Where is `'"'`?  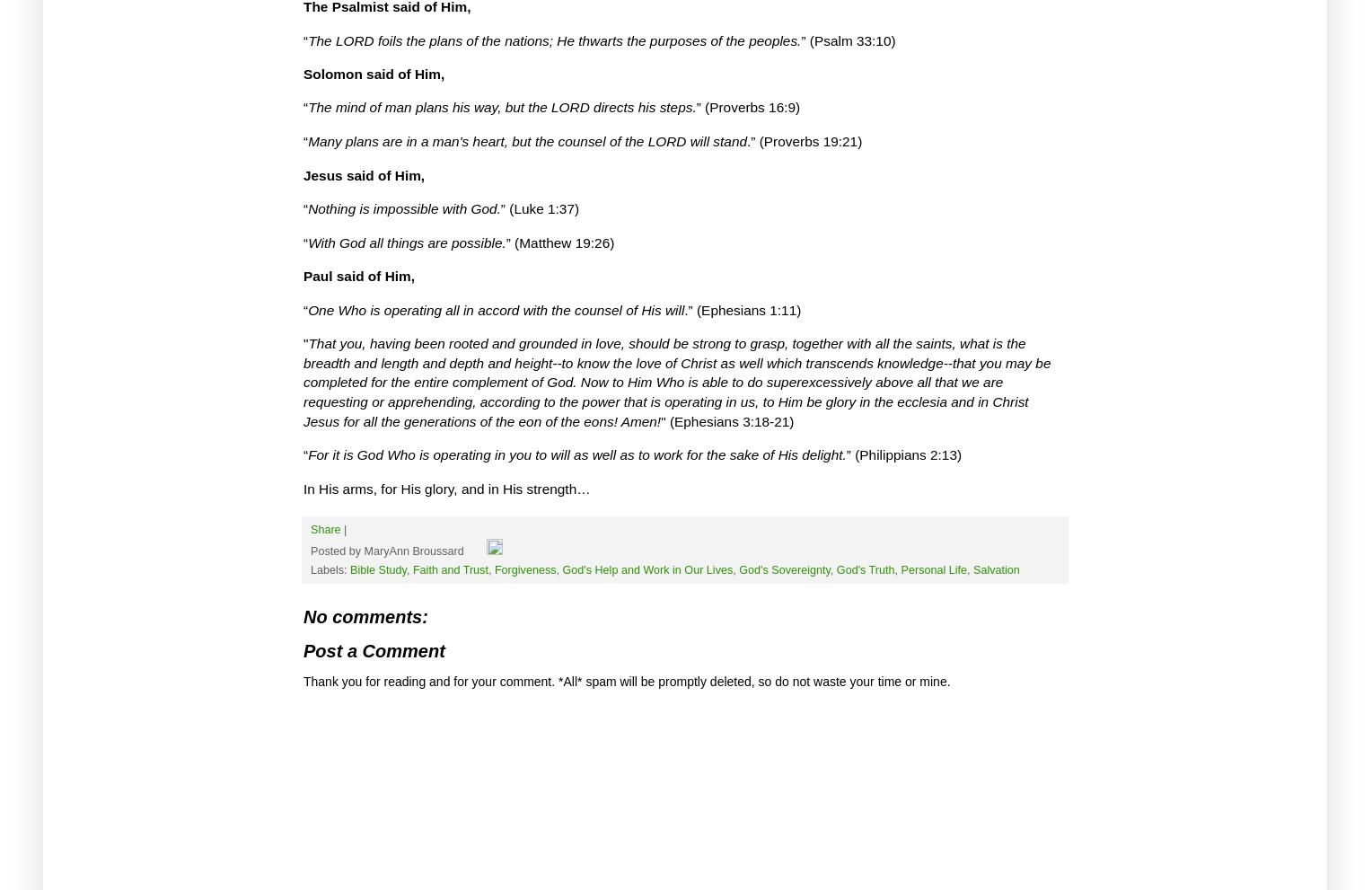 '"' is located at coordinates (304, 342).